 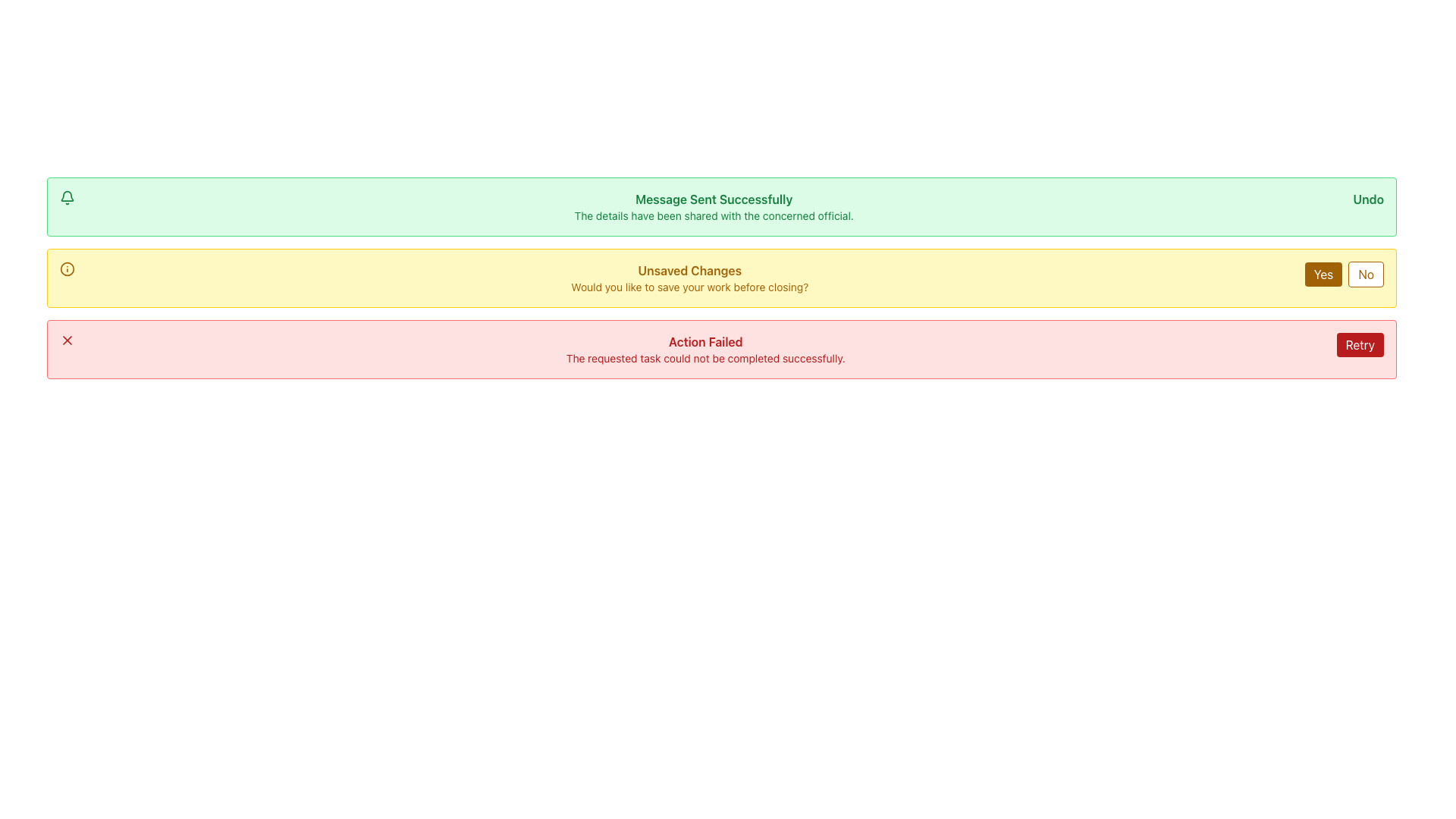 I want to click on the undo button located in the top-right corner of the green notification section labeled 'Message Sent Successfully', so click(x=1368, y=198).